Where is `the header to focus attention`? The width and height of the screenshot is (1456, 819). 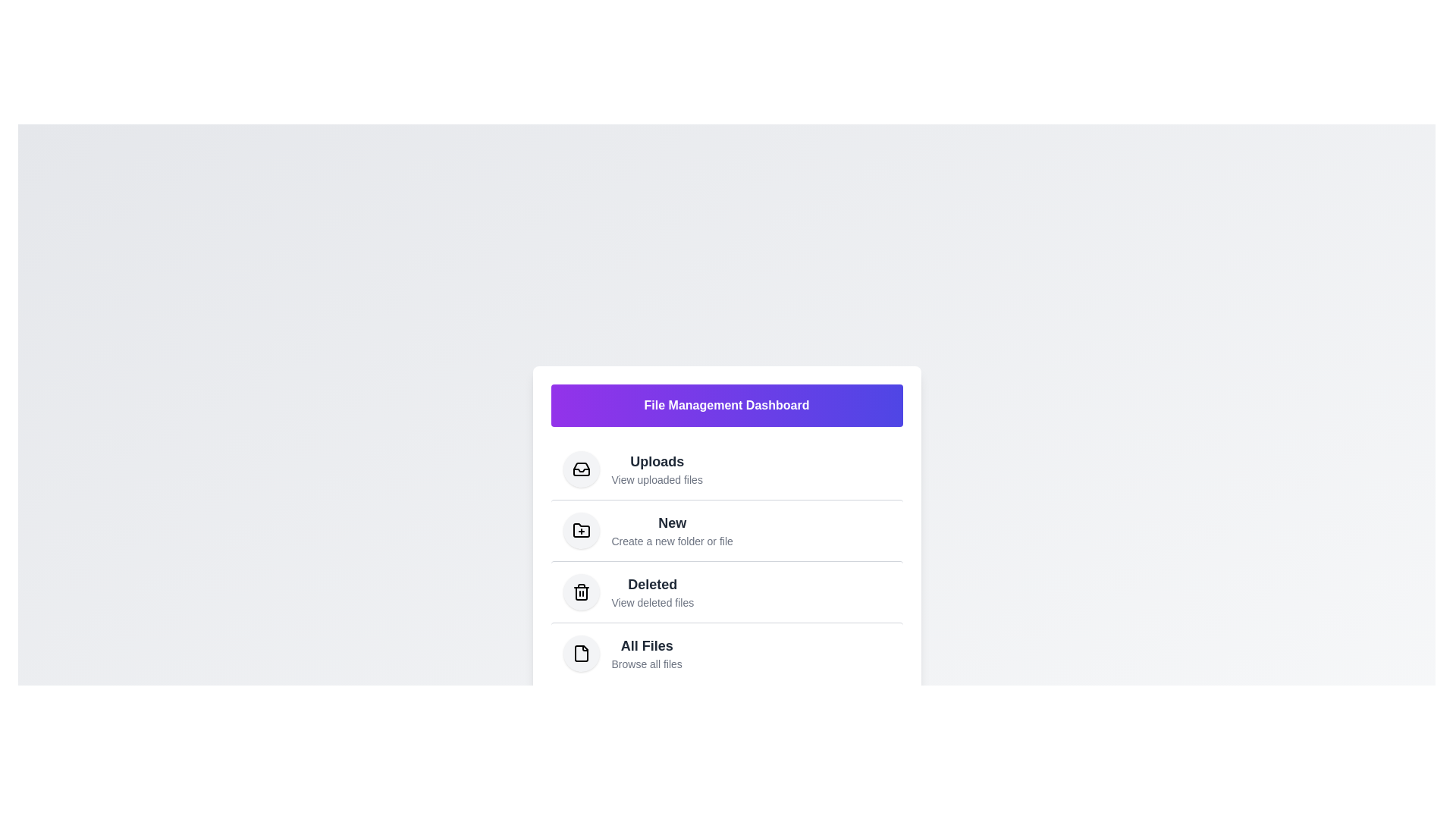 the header to focus attention is located at coordinates (726, 404).